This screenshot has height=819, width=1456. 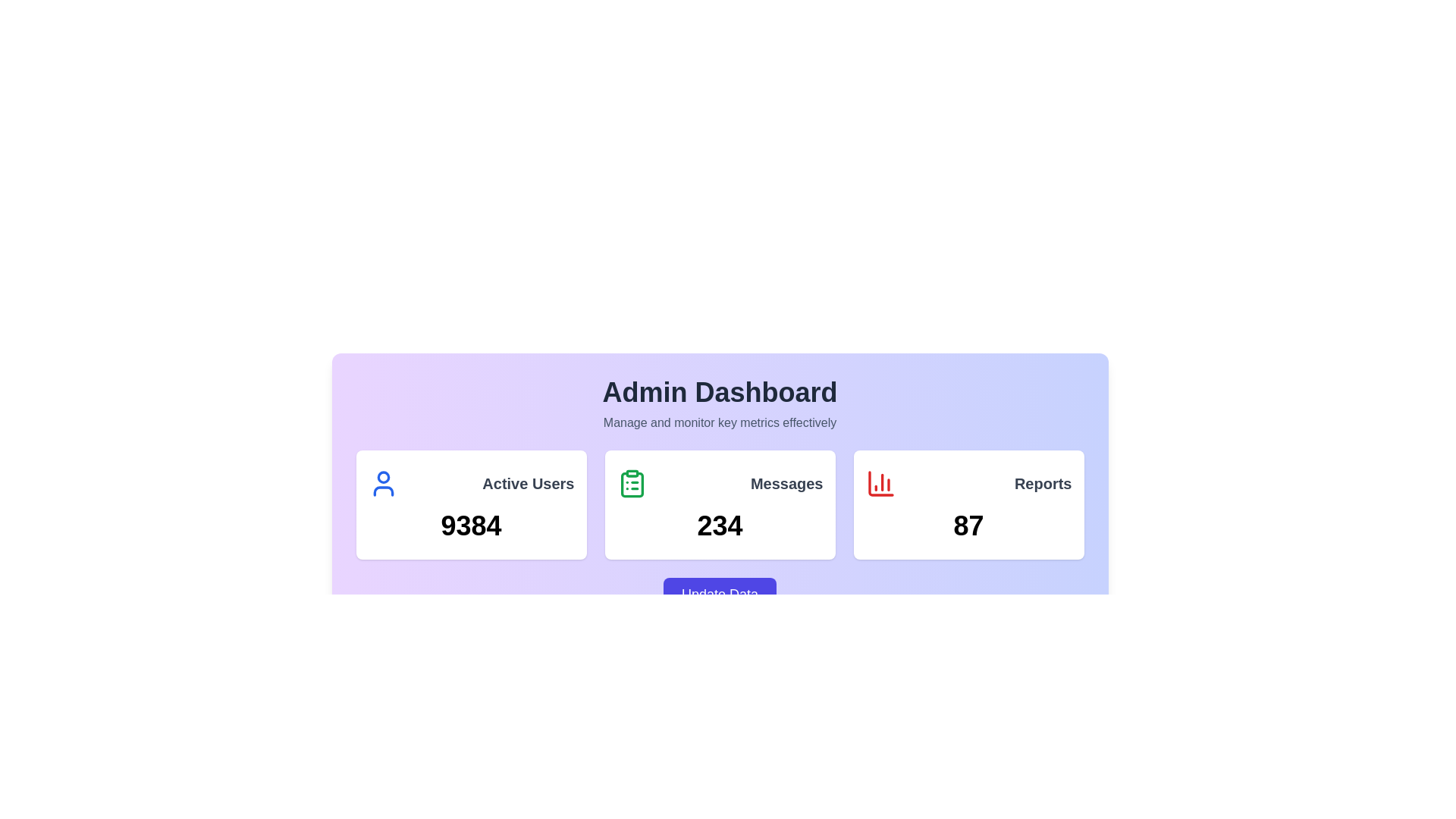 What do you see at coordinates (719, 593) in the screenshot?
I see `the button located at the bottom center of the dashboard to enable keyboard interaction` at bounding box center [719, 593].